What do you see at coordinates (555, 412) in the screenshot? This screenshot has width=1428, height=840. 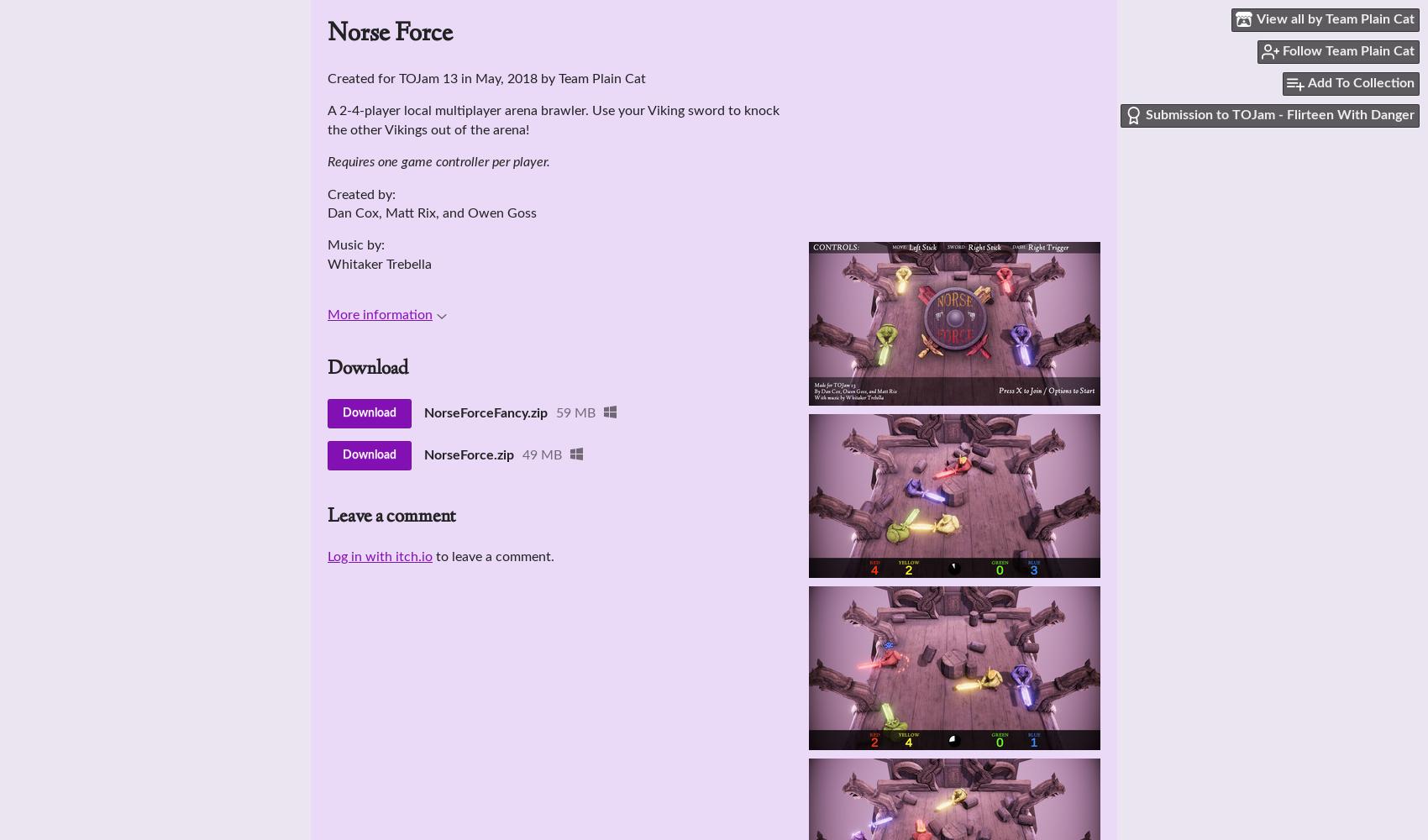 I see `'59 MB'` at bounding box center [555, 412].